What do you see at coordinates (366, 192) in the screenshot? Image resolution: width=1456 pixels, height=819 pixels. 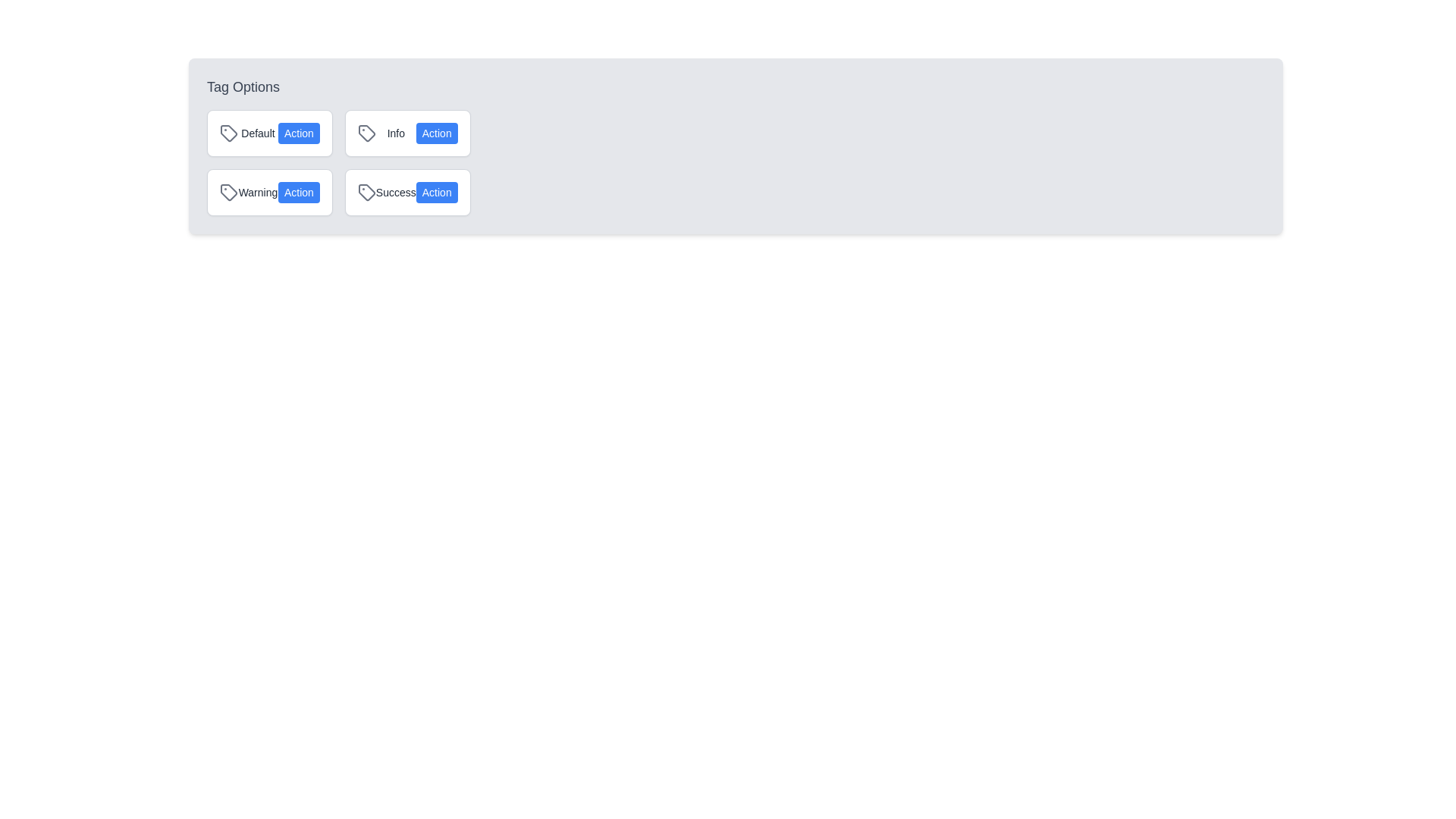 I see `the gray tag icon with rounded corners and a circular cut-out, located to the left of the 'Success' text and adjacent to the blue 'Action' button` at bounding box center [366, 192].